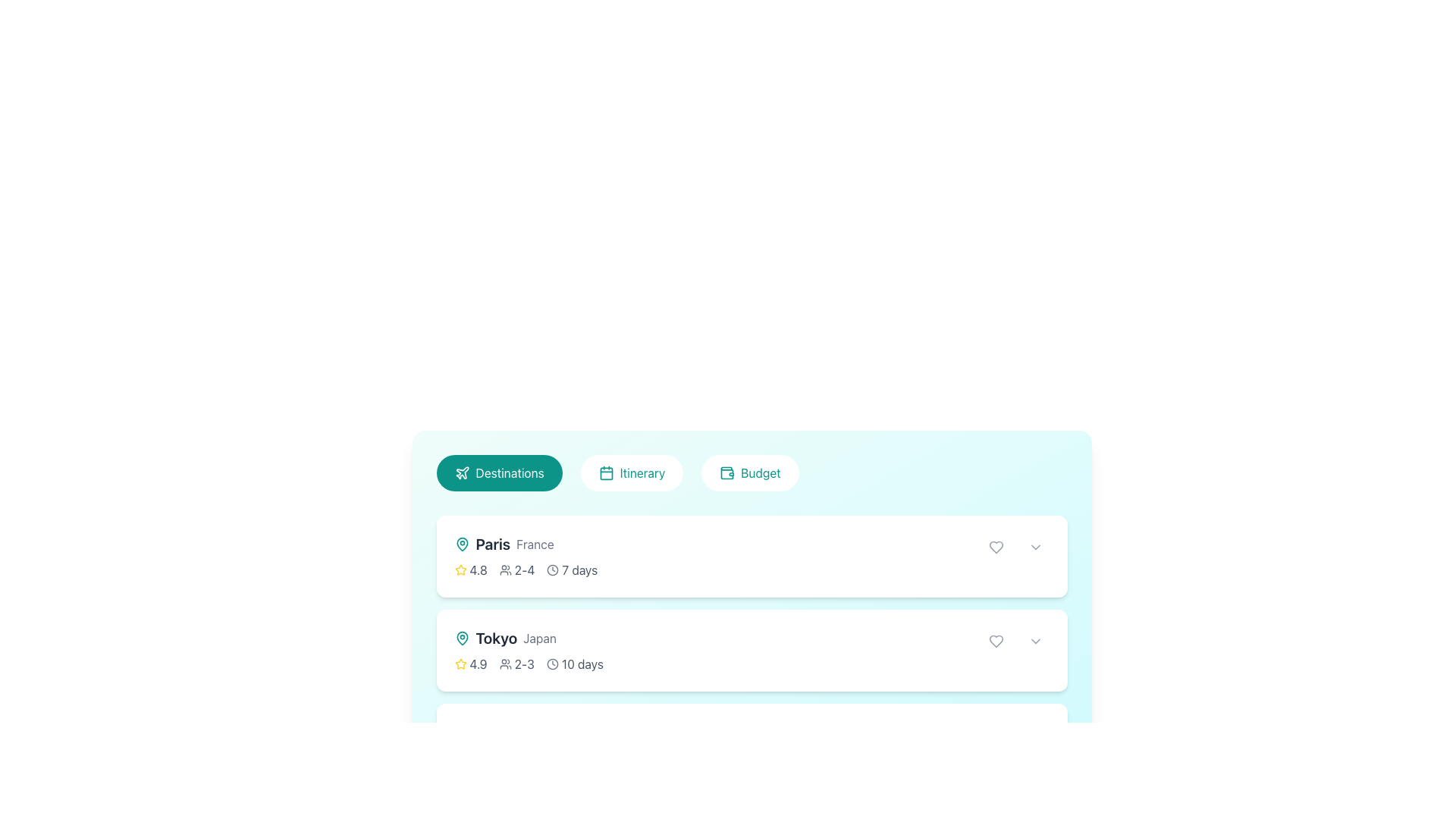  What do you see at coordinates (540, 638) in the screenshot?
I see `the text label displaying the country name 'Japan', which is located to the right of 'Tokyo' and below 'Paris France' in a horizontal list` at bounding box center [540, 638].